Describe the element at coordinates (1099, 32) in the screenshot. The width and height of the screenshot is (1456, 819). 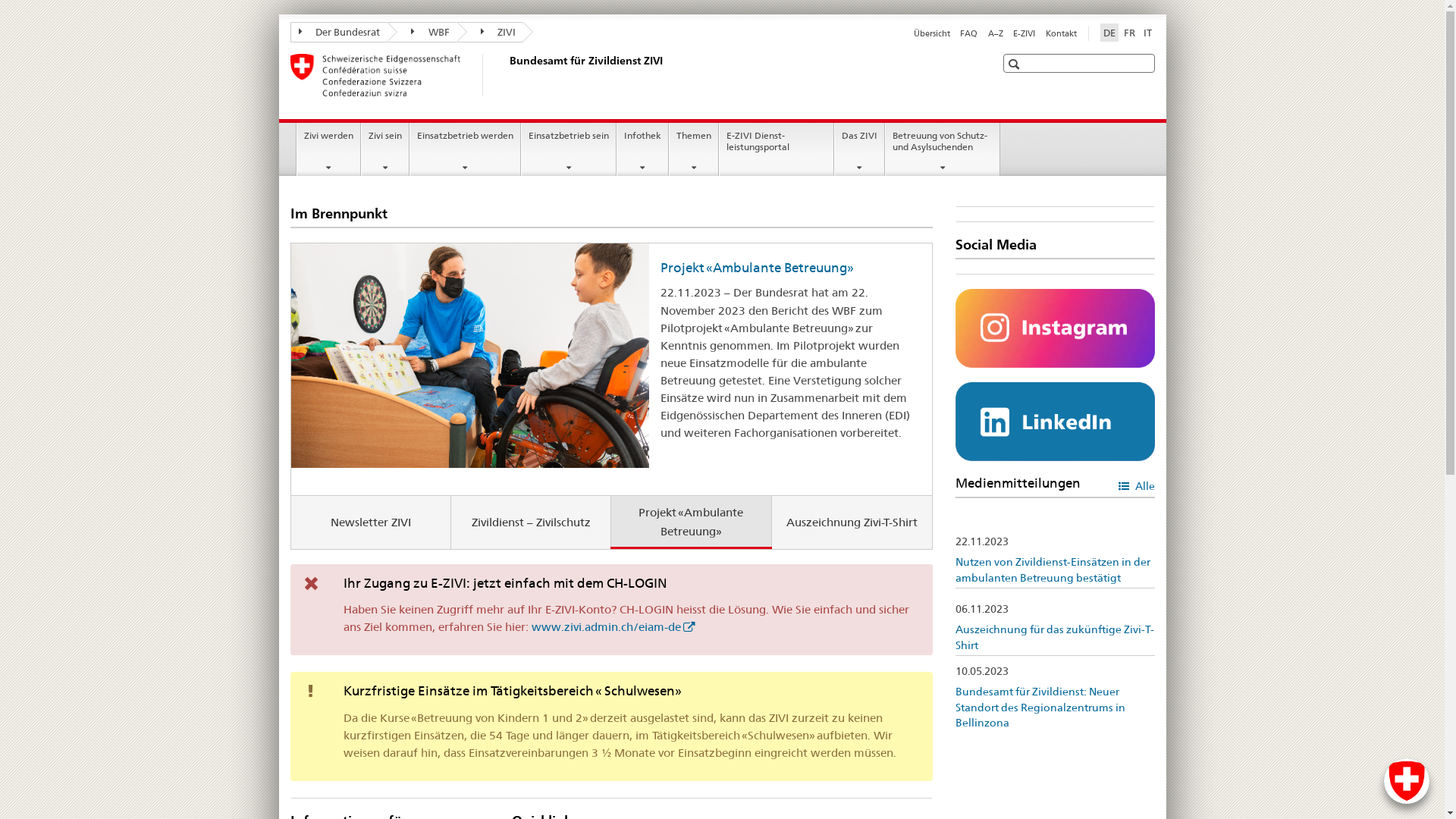
I see `'DE'` at that location.